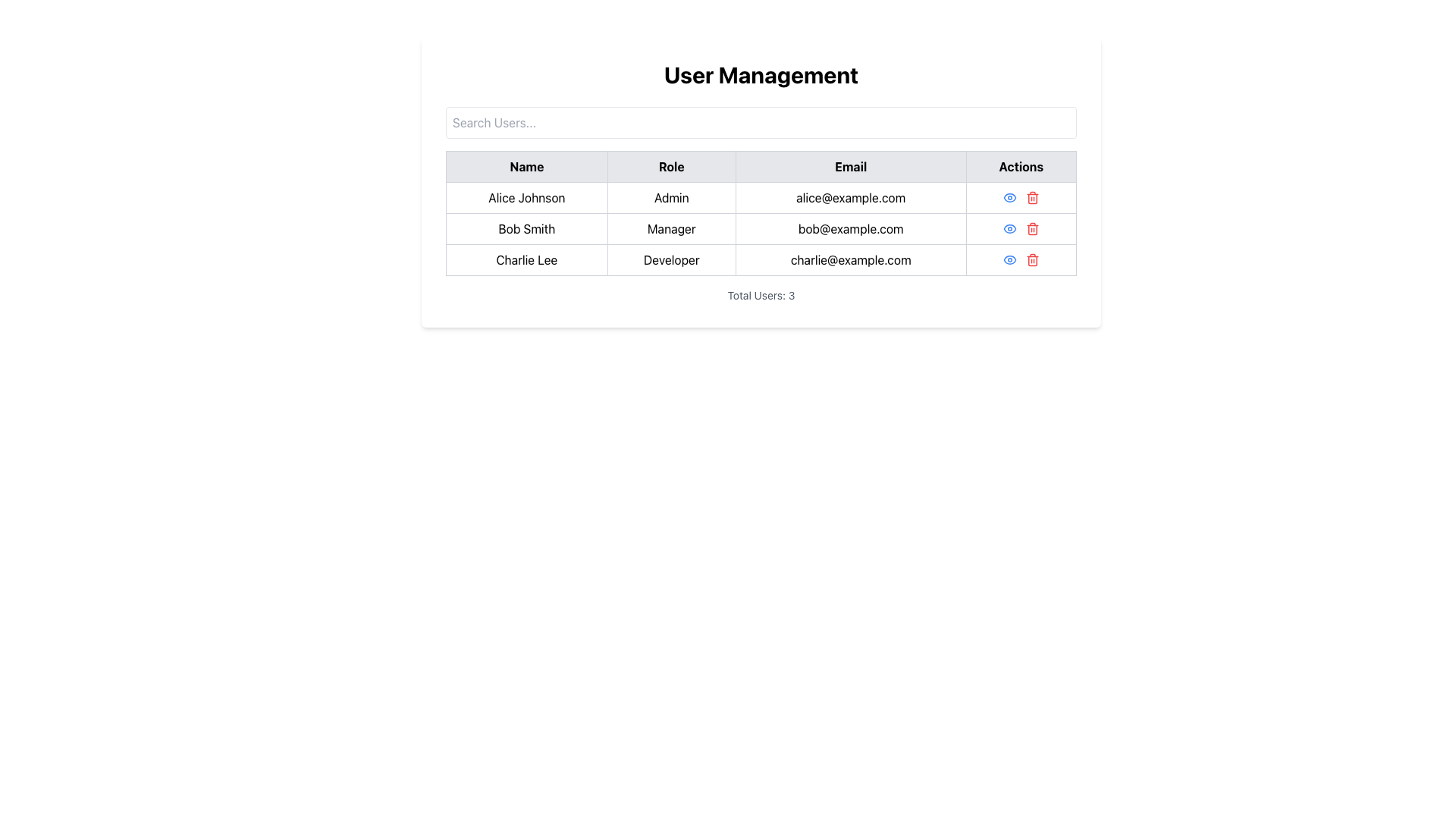 This screenshot has width=1456, height=819. What do you see at coordinates (526, 259) in the screenshot?
I see `the name entry cell in the user management table, which is the first cell in the third row, positioned above 'Total Users: 3' and beside the 'Role' column's 'Developer' entry` at bounding box center [526, 259].